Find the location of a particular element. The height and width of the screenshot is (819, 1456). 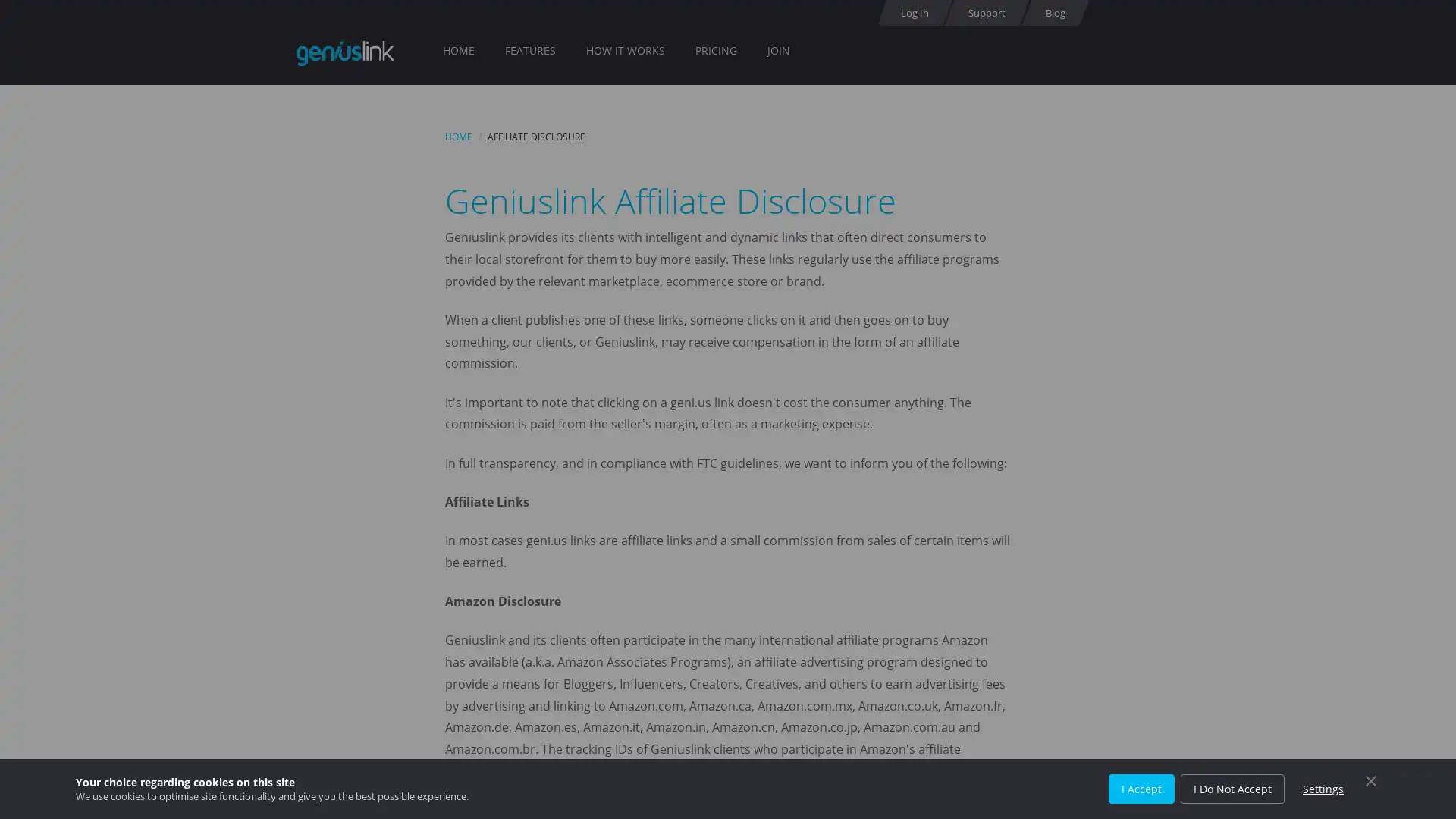

Settings is located at coordinates (1323, 788).